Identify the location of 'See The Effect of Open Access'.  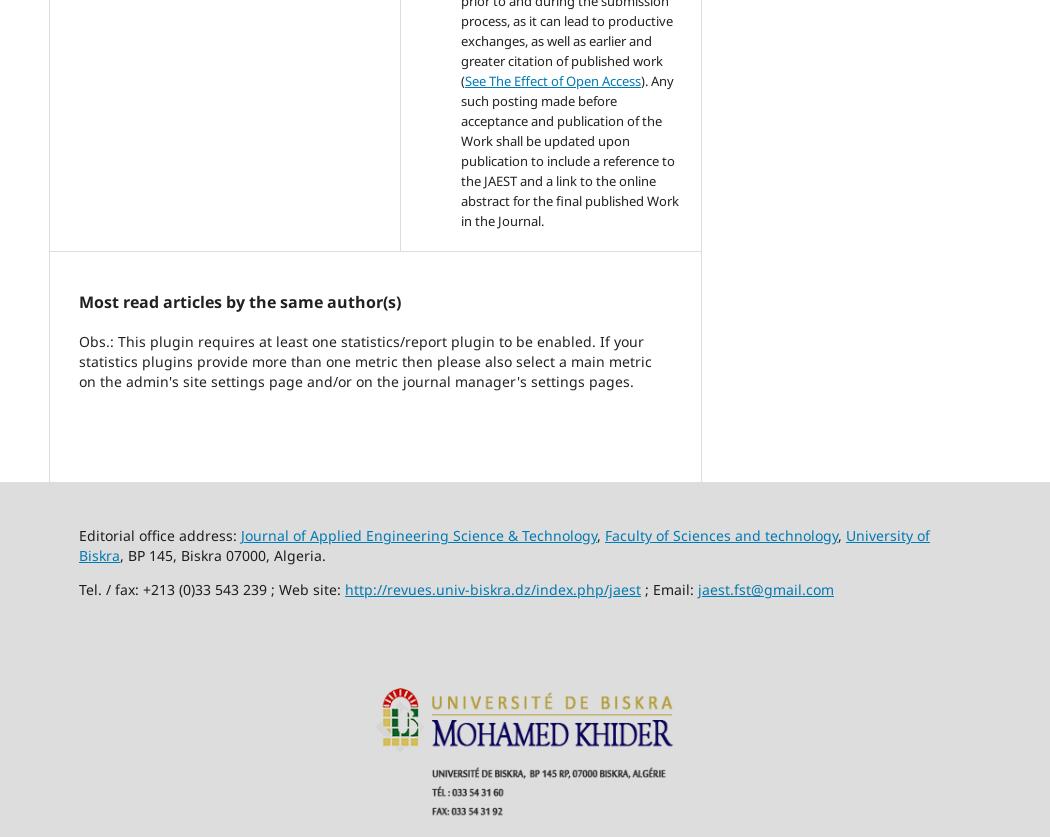
(553, 81).